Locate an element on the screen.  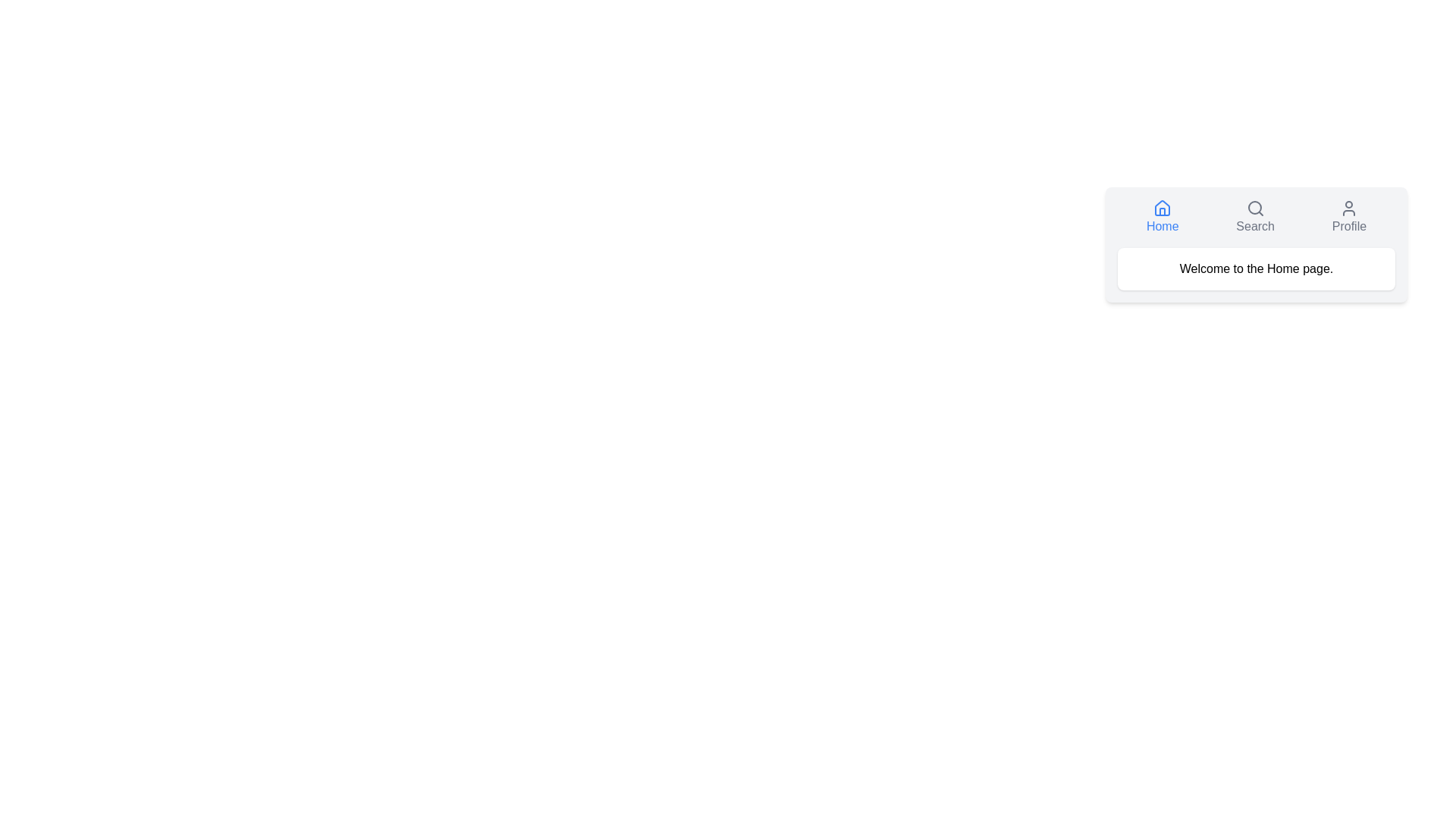
the 'Home' icon located in the top-left corner of the navigation bar is located at coordinates (1162, 208).